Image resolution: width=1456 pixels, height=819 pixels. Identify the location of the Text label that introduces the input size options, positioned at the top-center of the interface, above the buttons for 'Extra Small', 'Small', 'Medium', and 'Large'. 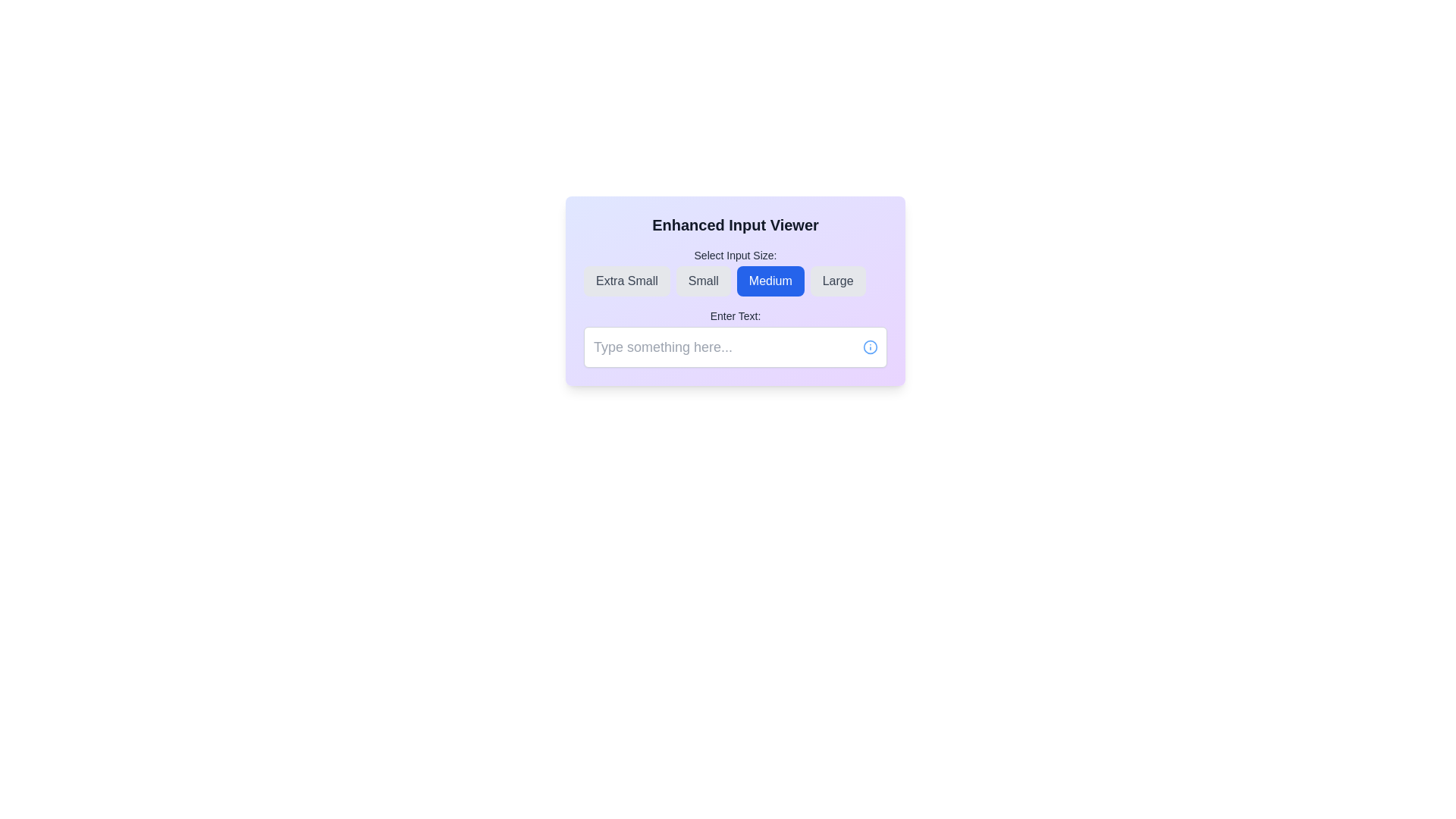
(735, 254).